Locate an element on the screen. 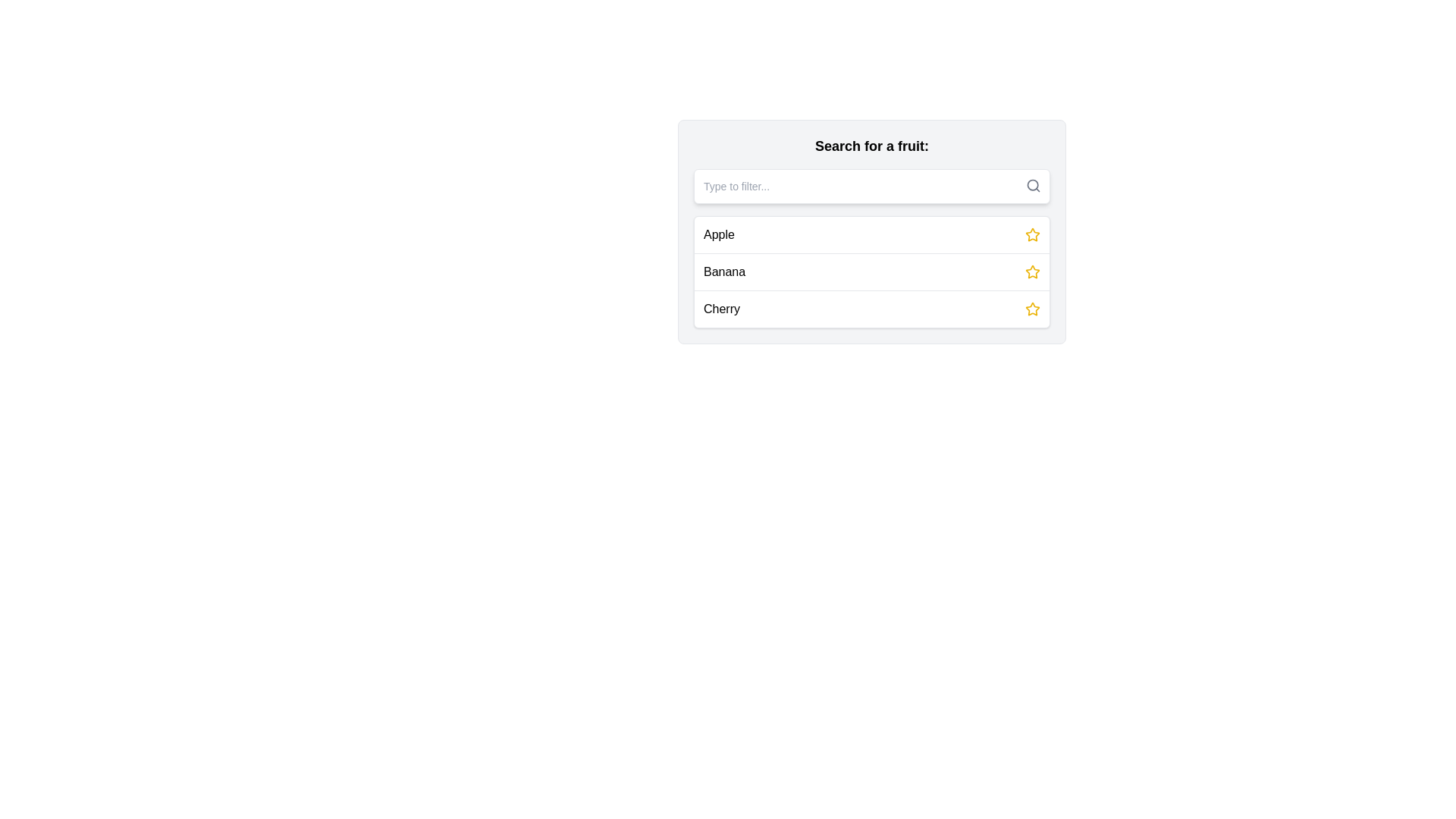  the label identifying the fruit 'Cherry' in the list of selectable items is located at coordinates (720, 309).